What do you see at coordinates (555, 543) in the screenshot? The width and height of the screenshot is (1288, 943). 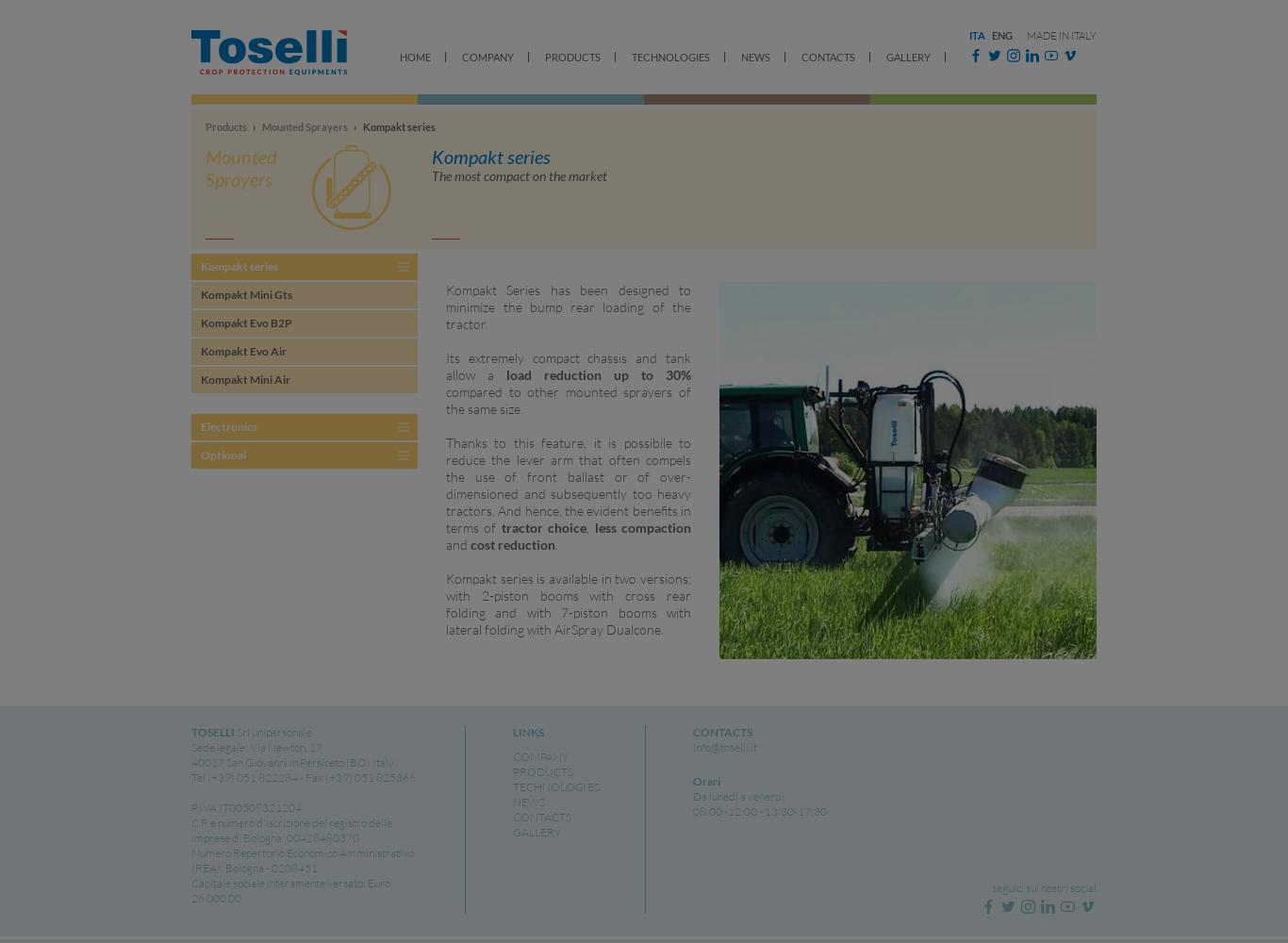 I see `'.'` at bounding box center [555, 543].